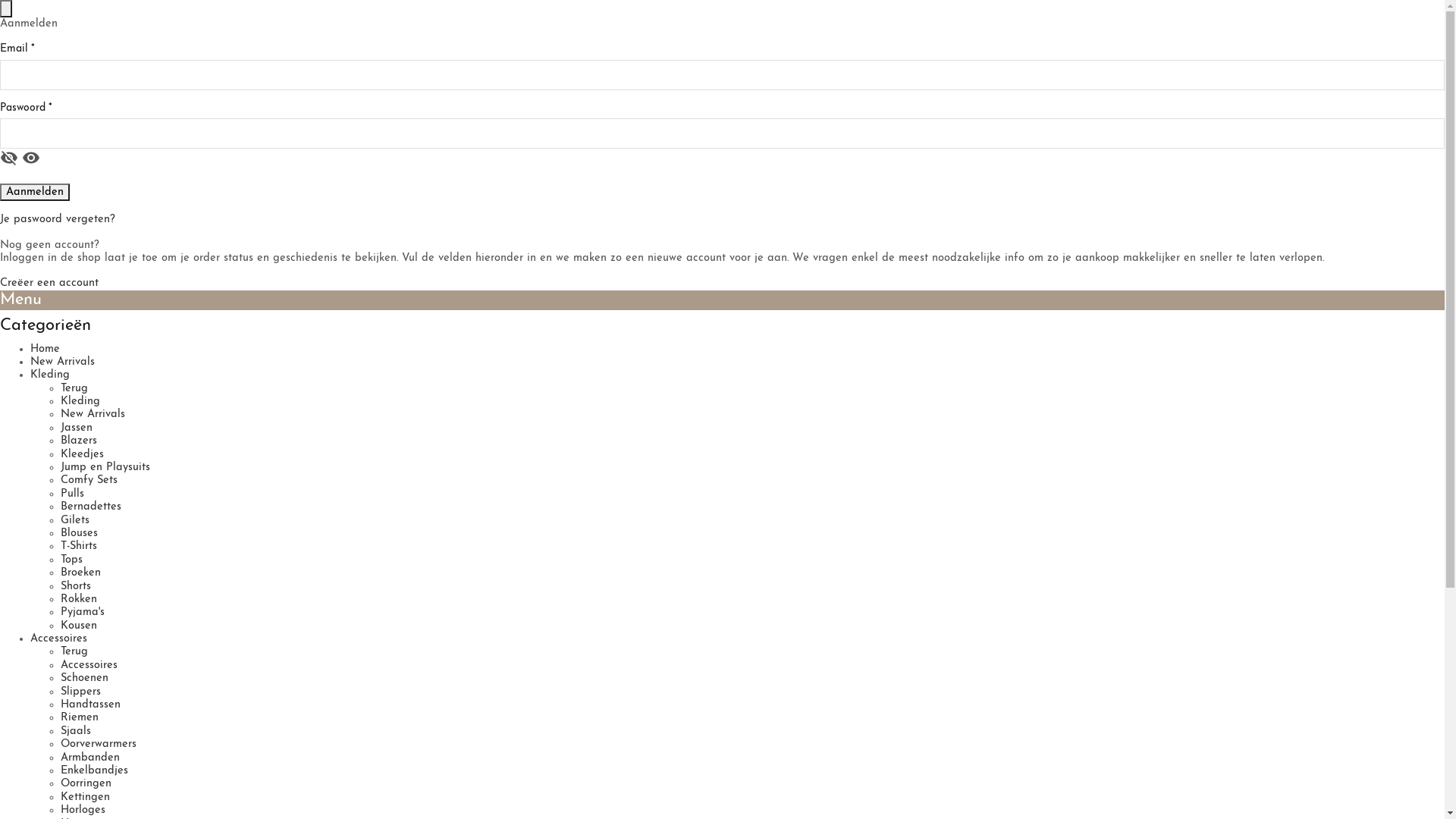 This screenshot has height=819, width=1456. What do you see at coordinates (61, 585) in the screenshot?
I see `'Shorts'` at bounding box center [61, 585].